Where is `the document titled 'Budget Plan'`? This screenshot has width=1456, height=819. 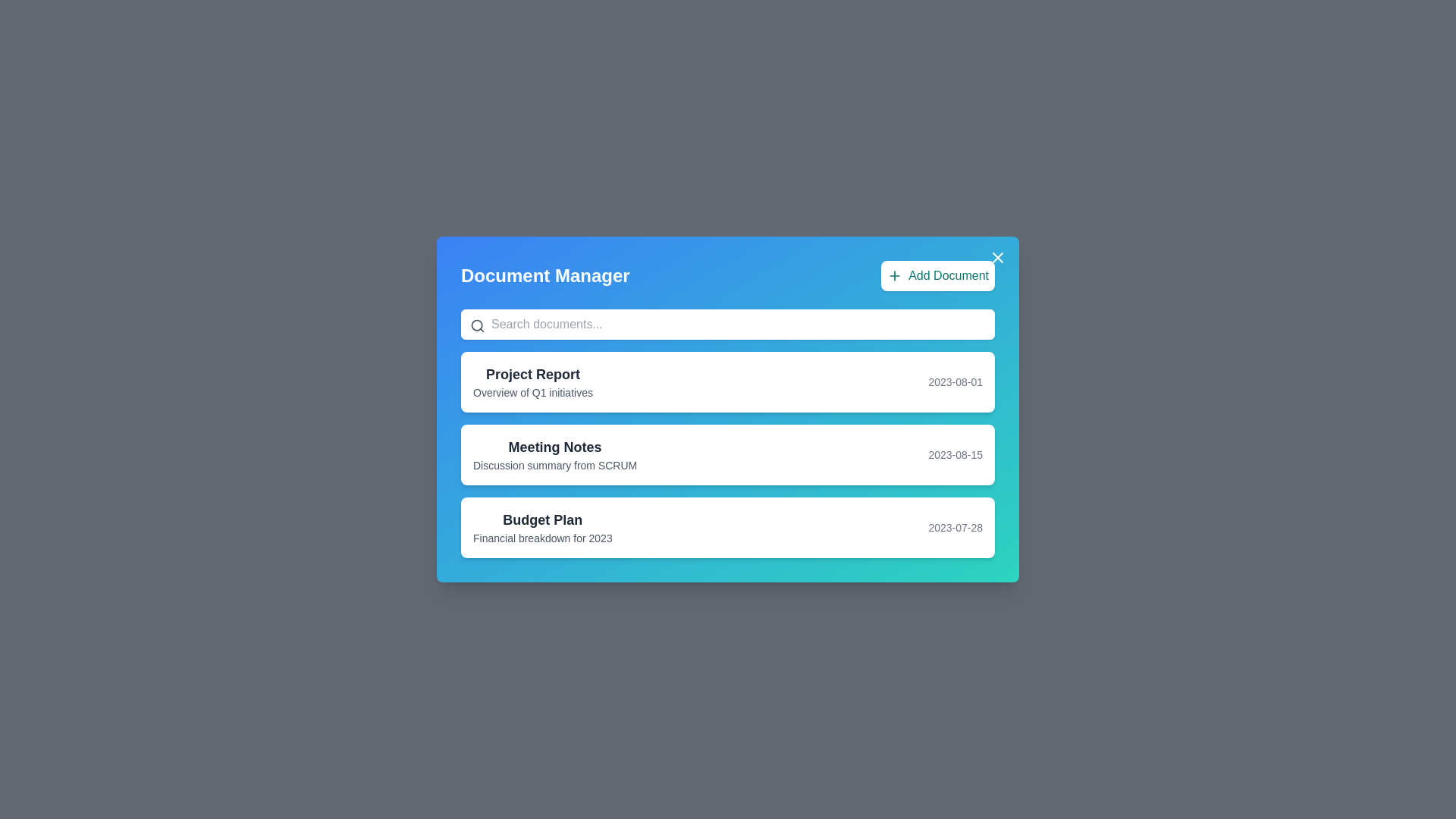 the document titled 'Budget Plan' is located at coordinates (728, 526).